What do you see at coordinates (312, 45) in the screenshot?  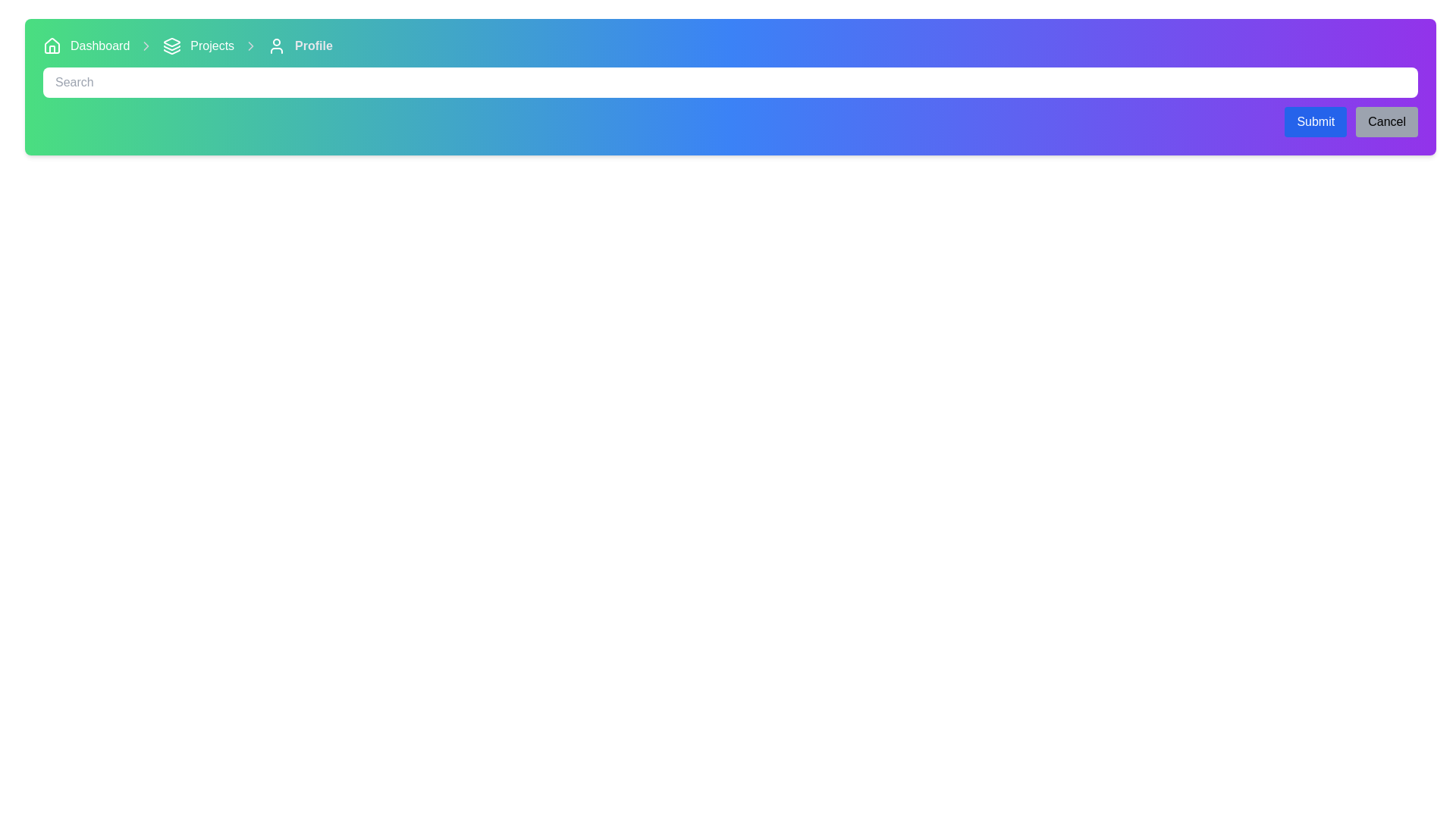 I see `the 'Profile' text label displayed in bold gray font, which is the last item in the breadcrumb navigation bar` at bounding box center [312, 45].